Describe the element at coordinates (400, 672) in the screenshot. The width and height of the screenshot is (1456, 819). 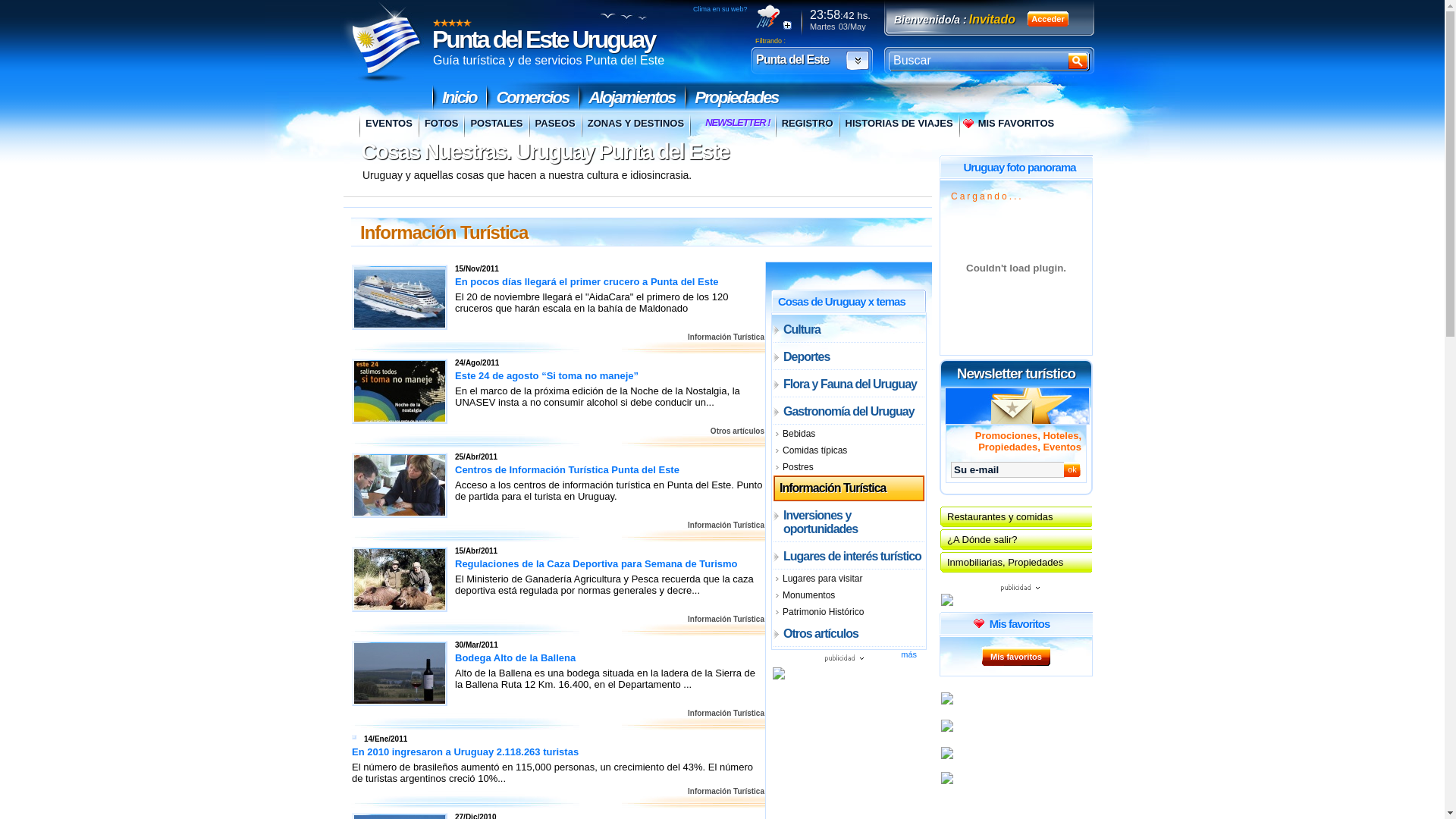
I see `'Bodega Alto de la Ballena'` at that location.